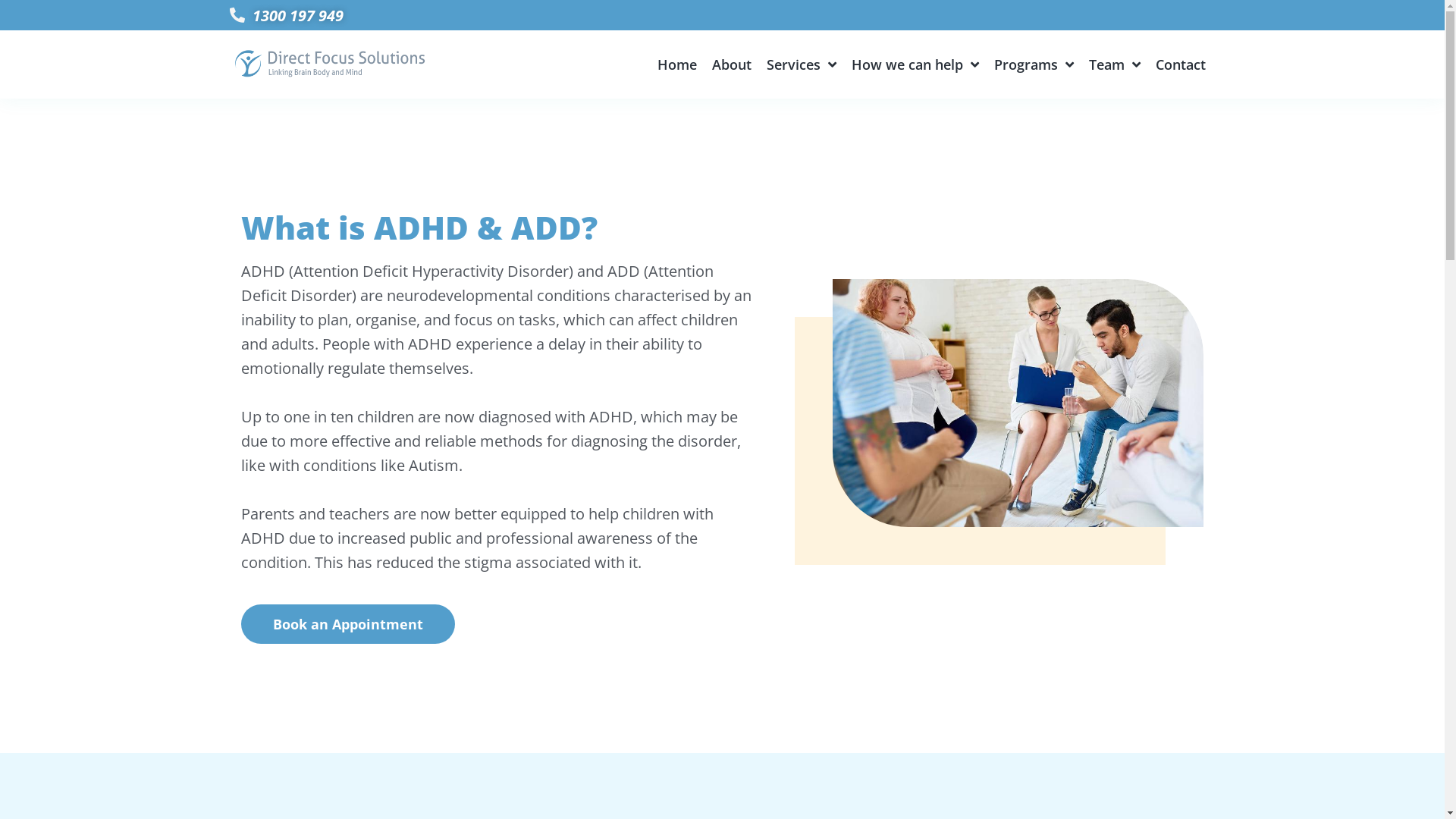 This screenshot has height=819, width=1456. What do you see at coordinates (800, 63) in the screenshot?
I see `'Services'` at bounding box center [800, 63].